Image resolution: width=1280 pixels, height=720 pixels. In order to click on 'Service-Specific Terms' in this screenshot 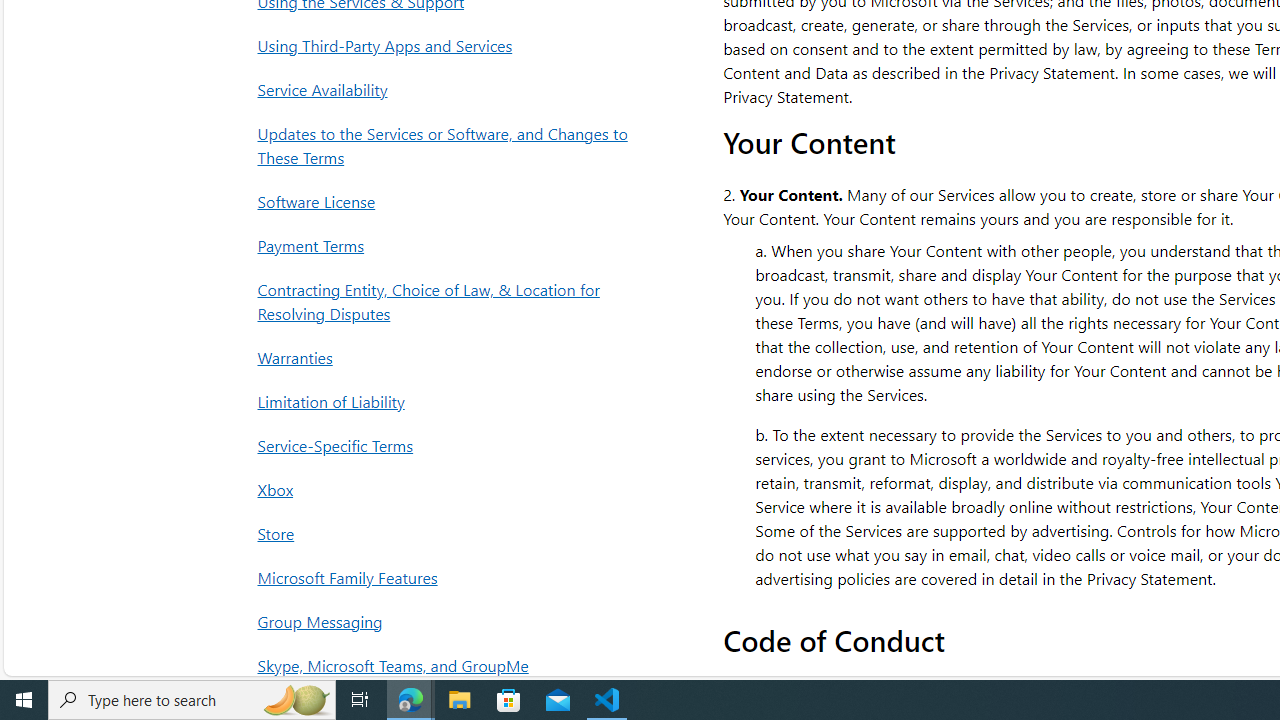, I will do `click(447, 444)`.